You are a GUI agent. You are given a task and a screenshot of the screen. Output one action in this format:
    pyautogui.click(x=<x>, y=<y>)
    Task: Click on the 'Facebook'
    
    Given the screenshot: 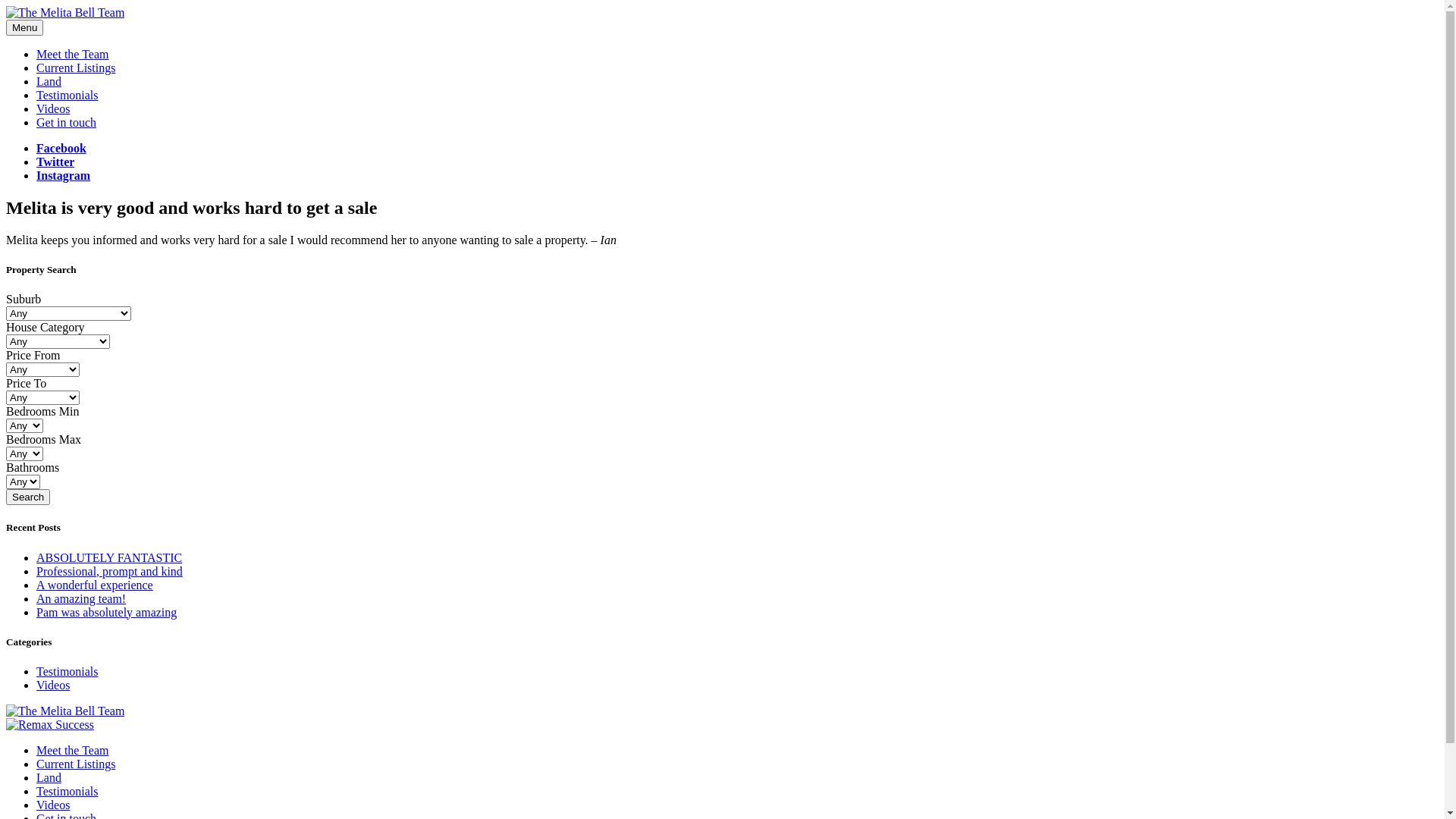 What is the action you would take?
    pyautogui.click(x=61, y=148)
    